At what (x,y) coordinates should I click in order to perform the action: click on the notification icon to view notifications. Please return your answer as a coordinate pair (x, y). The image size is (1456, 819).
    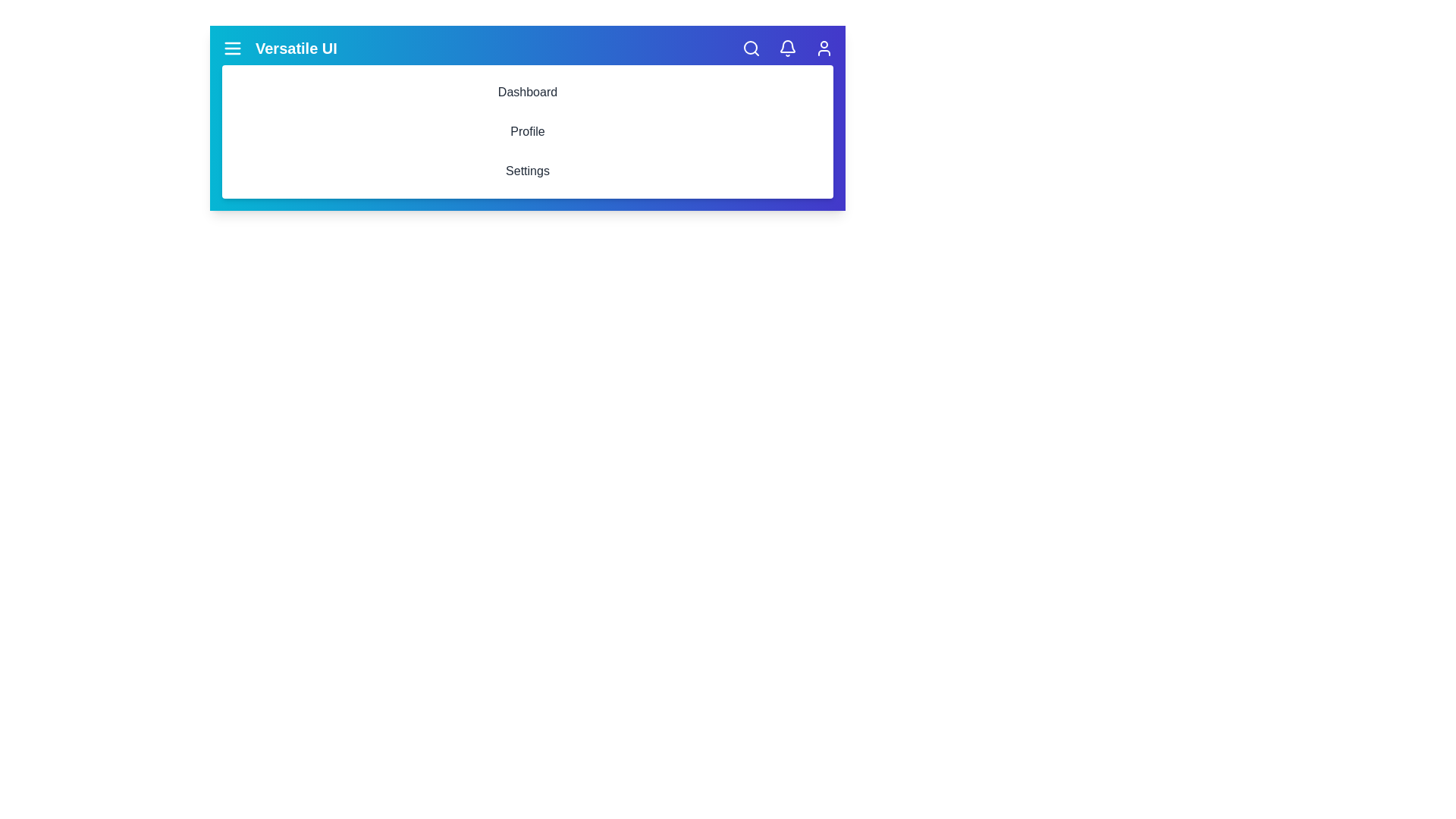
    Looking at the image, I should click on (787, 48).